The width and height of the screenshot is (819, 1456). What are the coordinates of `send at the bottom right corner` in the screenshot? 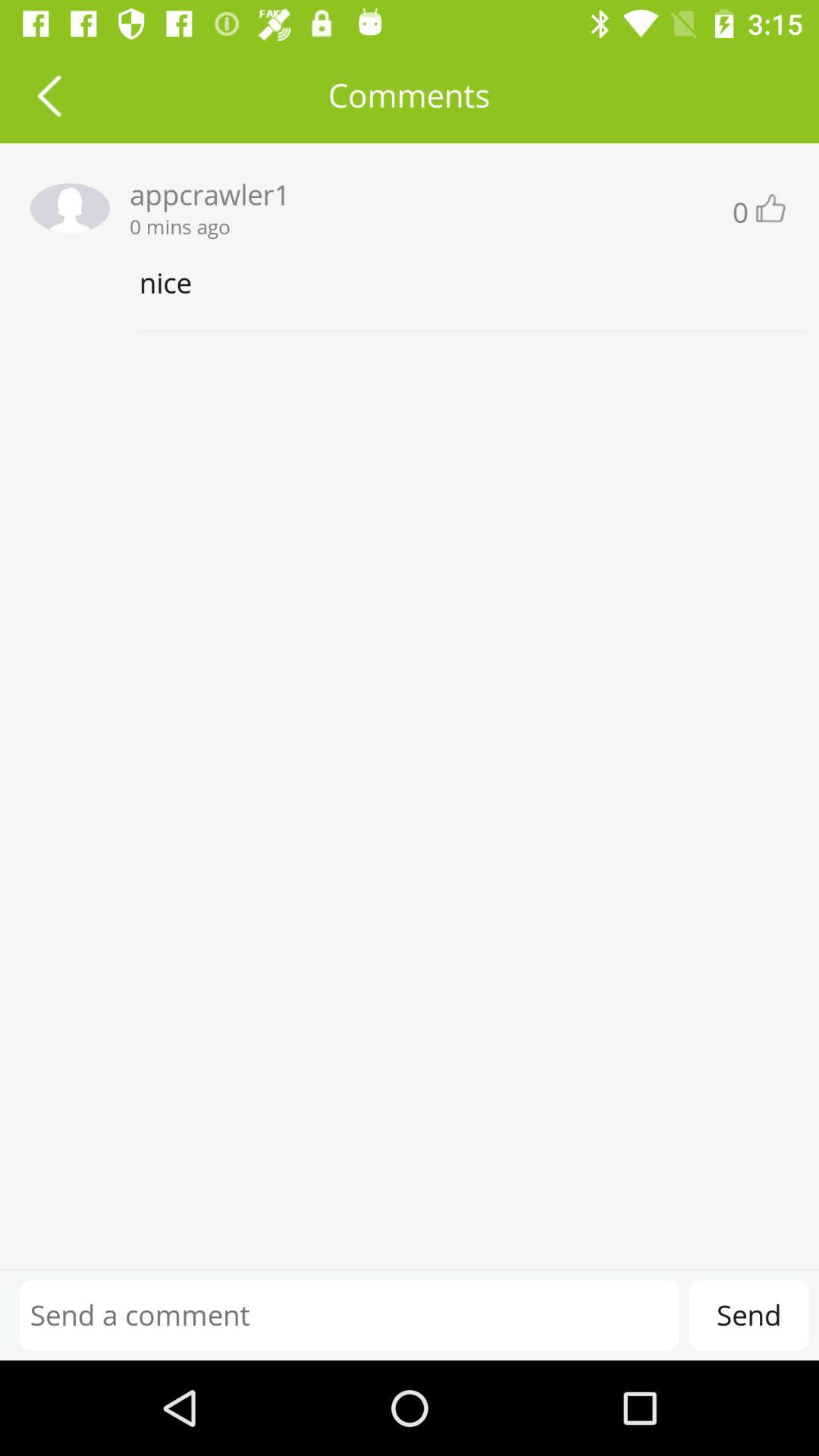 It's located at (748, 1314).